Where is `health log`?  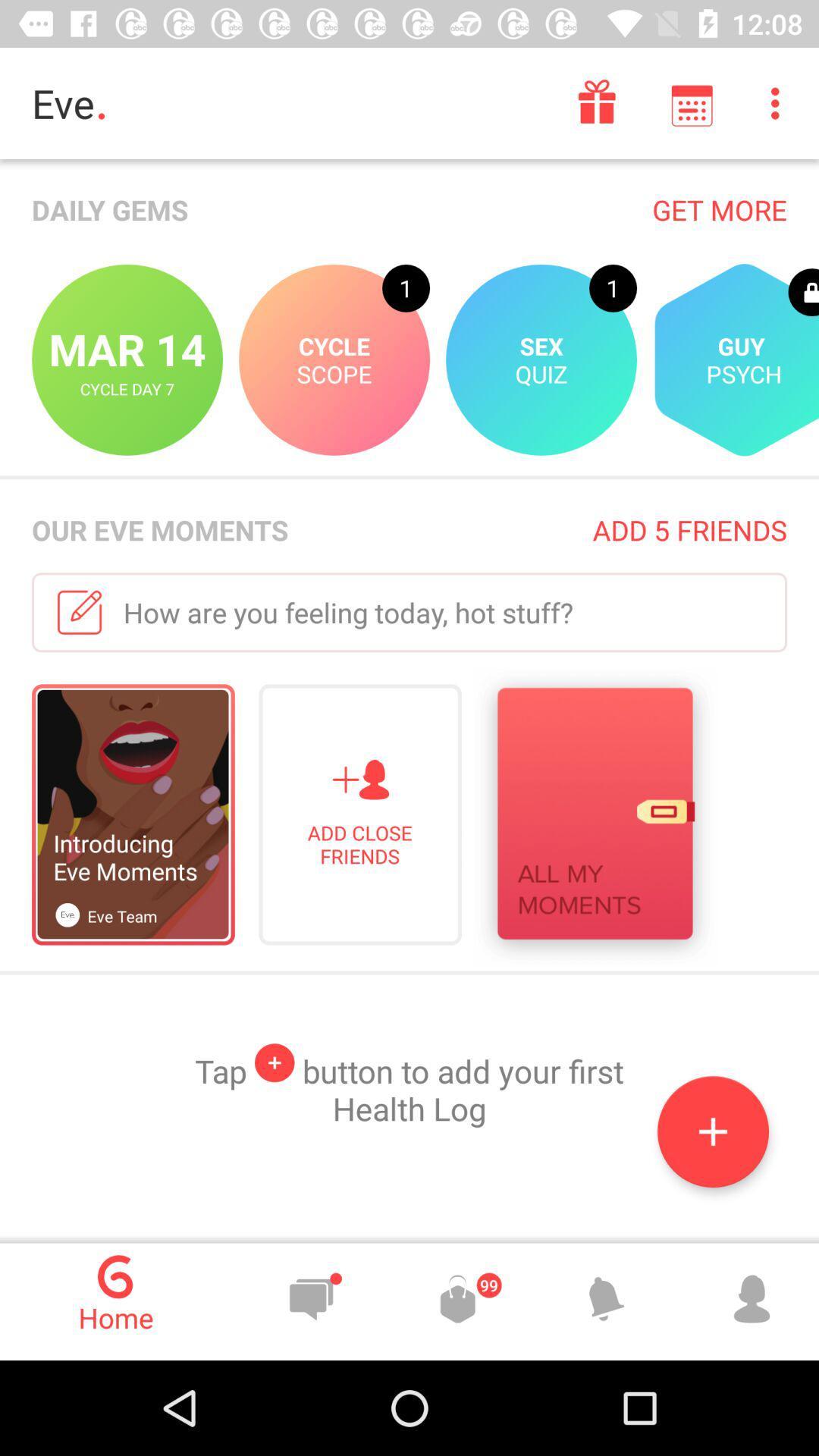
health log is located at coordinates (713, 1131).